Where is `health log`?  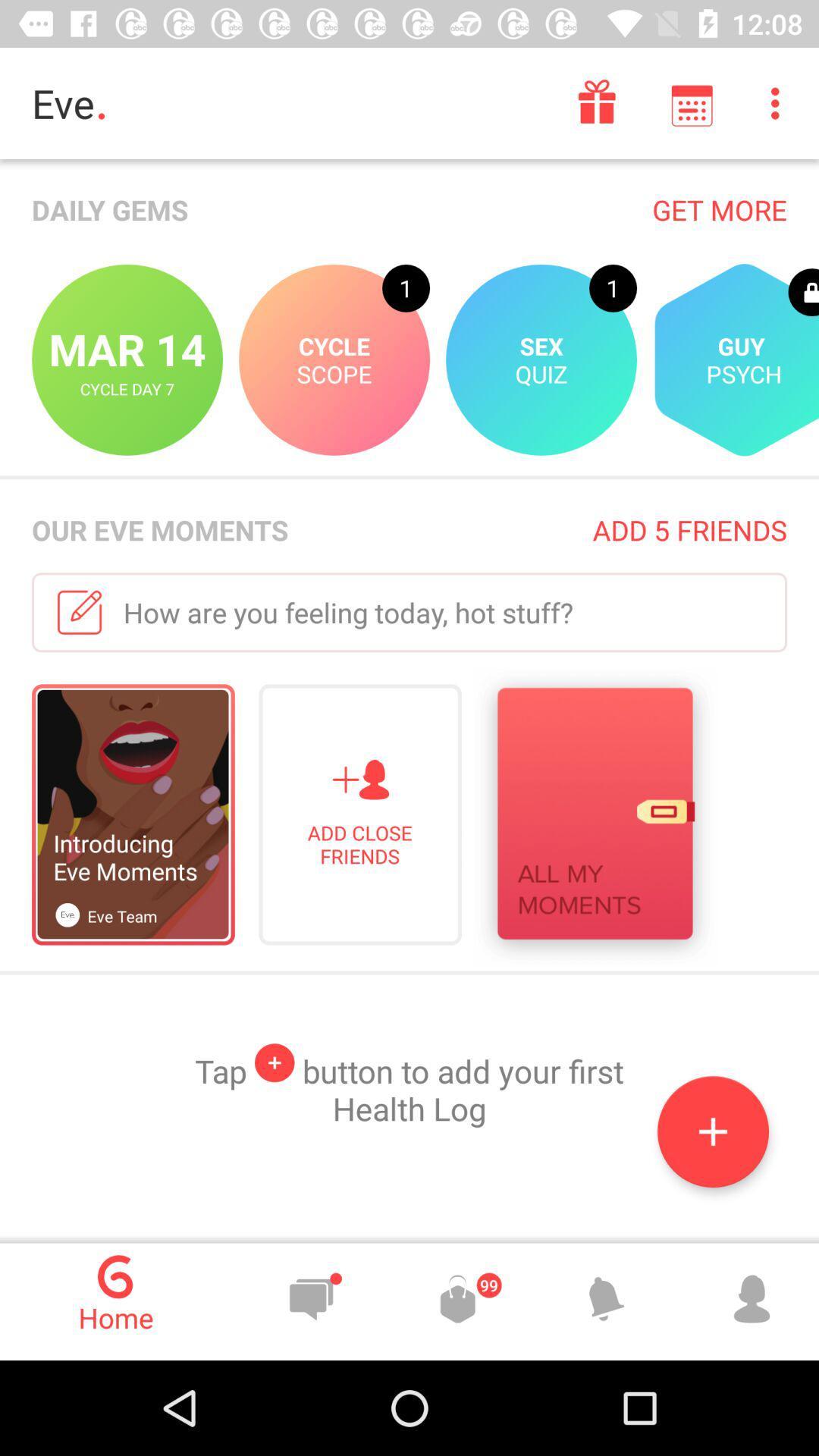
health log is located at coordinates (713, 1131).